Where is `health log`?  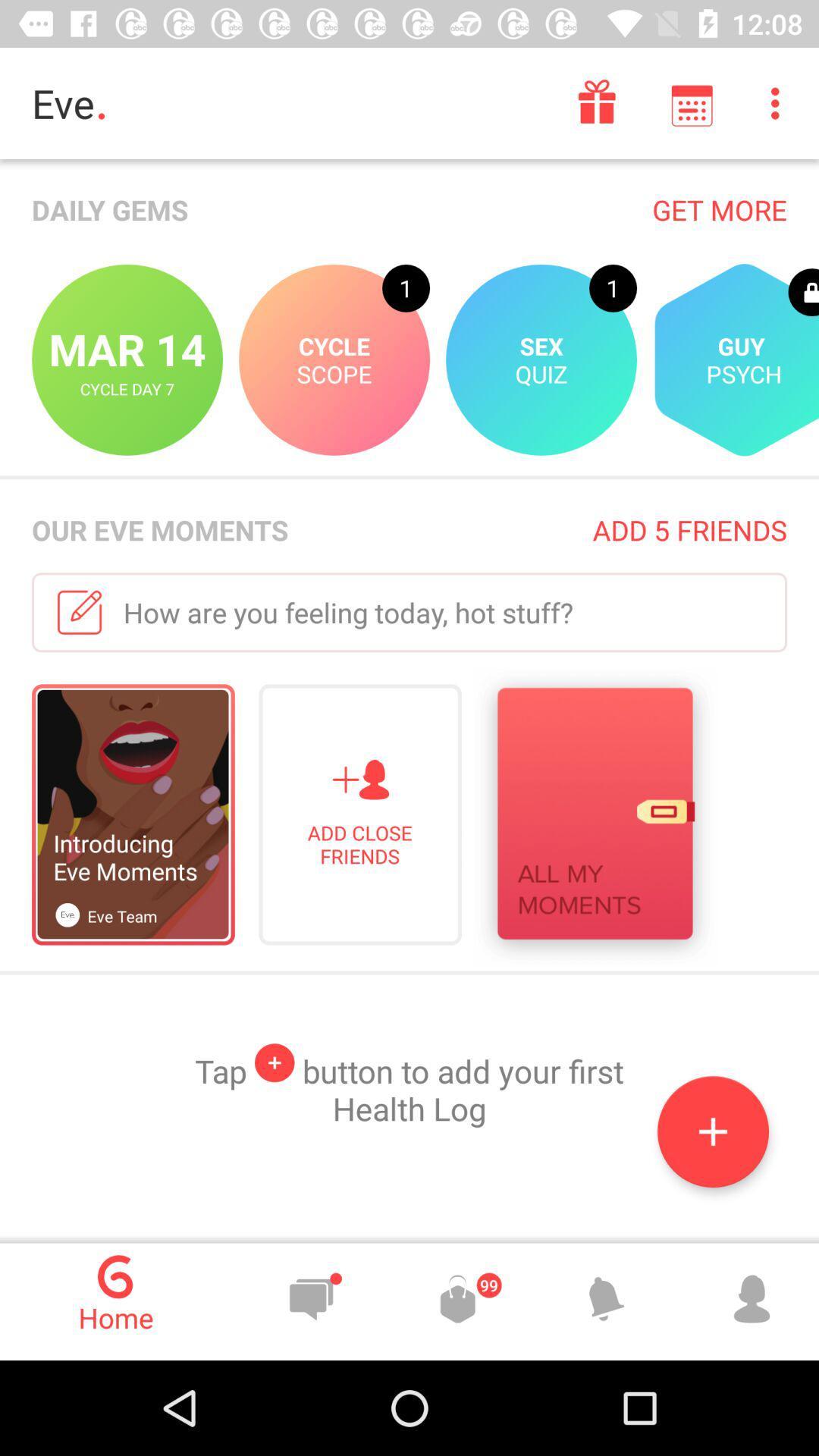
health log is located at coordinates (713, 1131).